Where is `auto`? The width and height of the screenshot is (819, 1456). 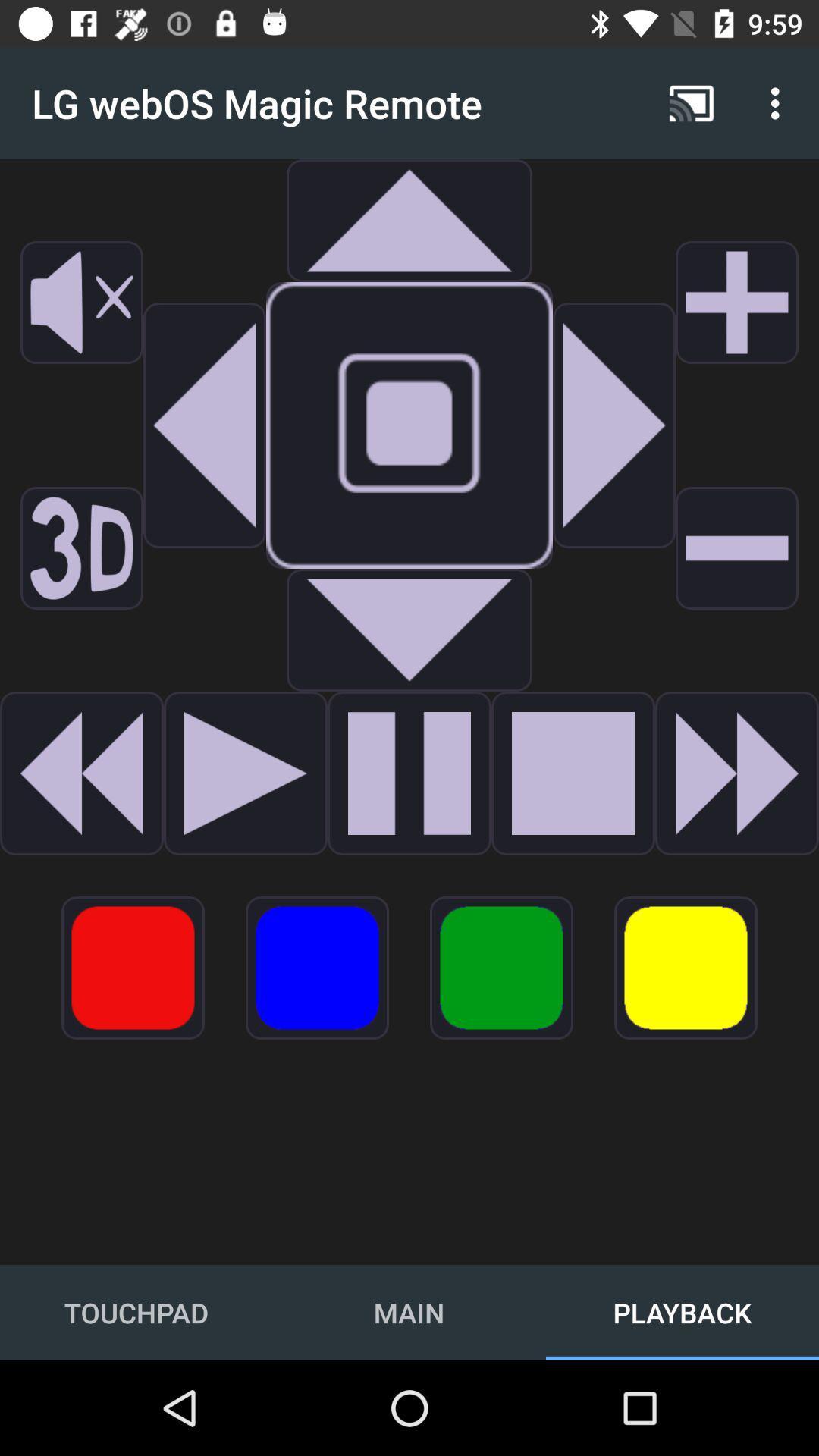
auto is located at coordinates (614, 425).